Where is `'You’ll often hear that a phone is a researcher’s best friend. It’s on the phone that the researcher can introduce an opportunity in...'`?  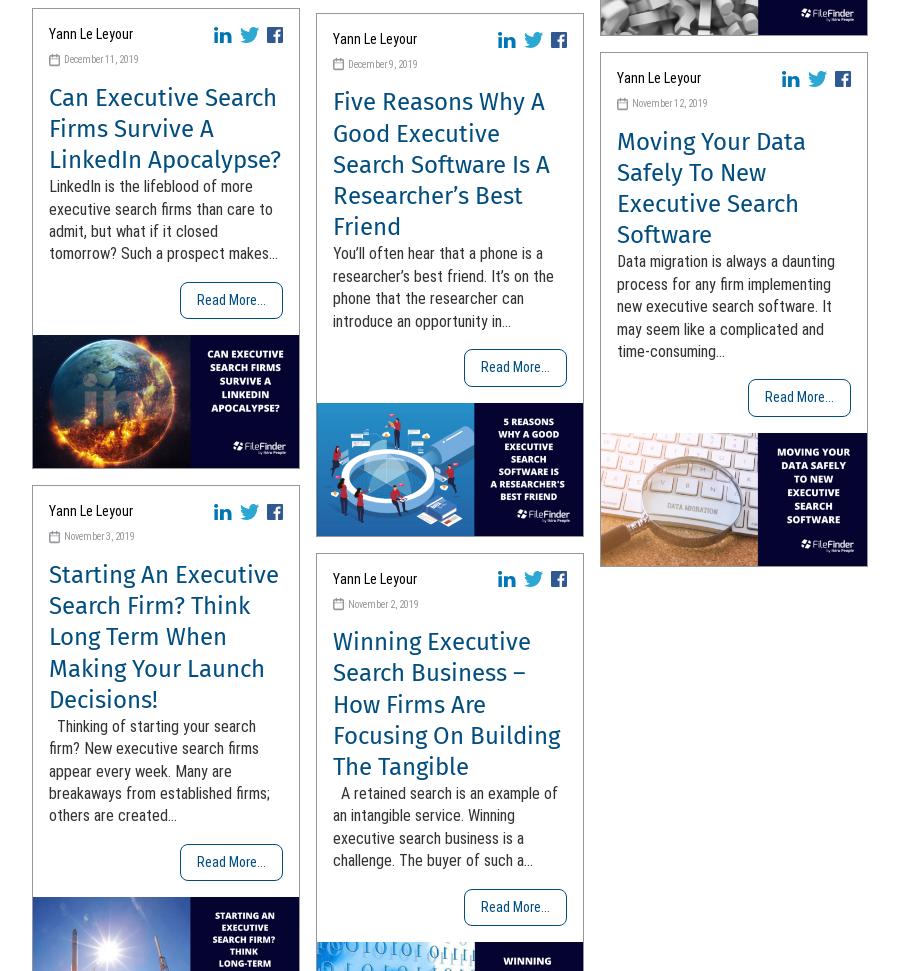
'You’ll often hear that a phone is a researcher’s best friend. It’s on the phone that the researcher can introduce an opportunity in...' is located at coordinates (332, 286).